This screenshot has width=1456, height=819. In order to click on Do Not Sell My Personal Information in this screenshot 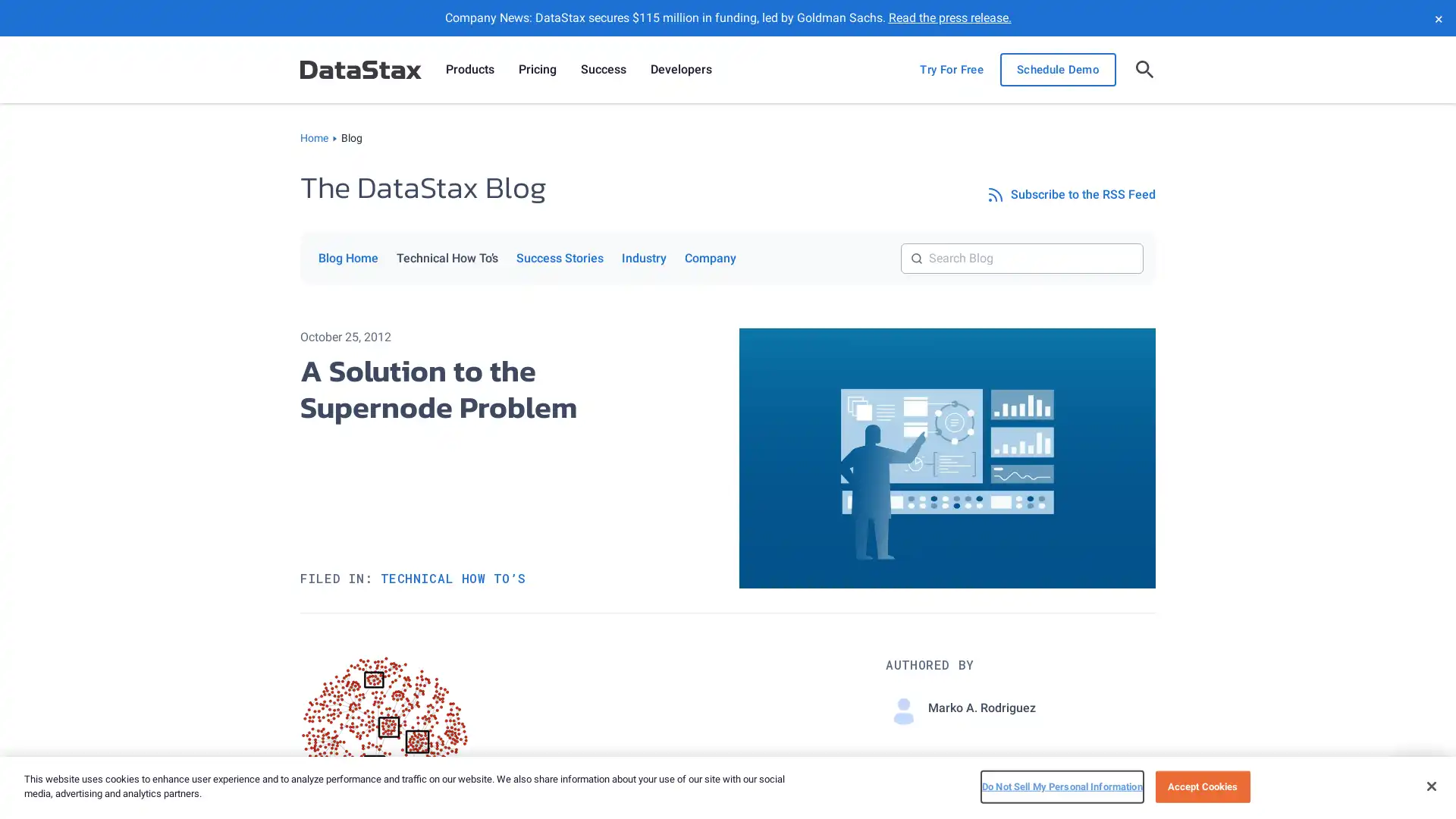, I will do `click(1061, 786)`.